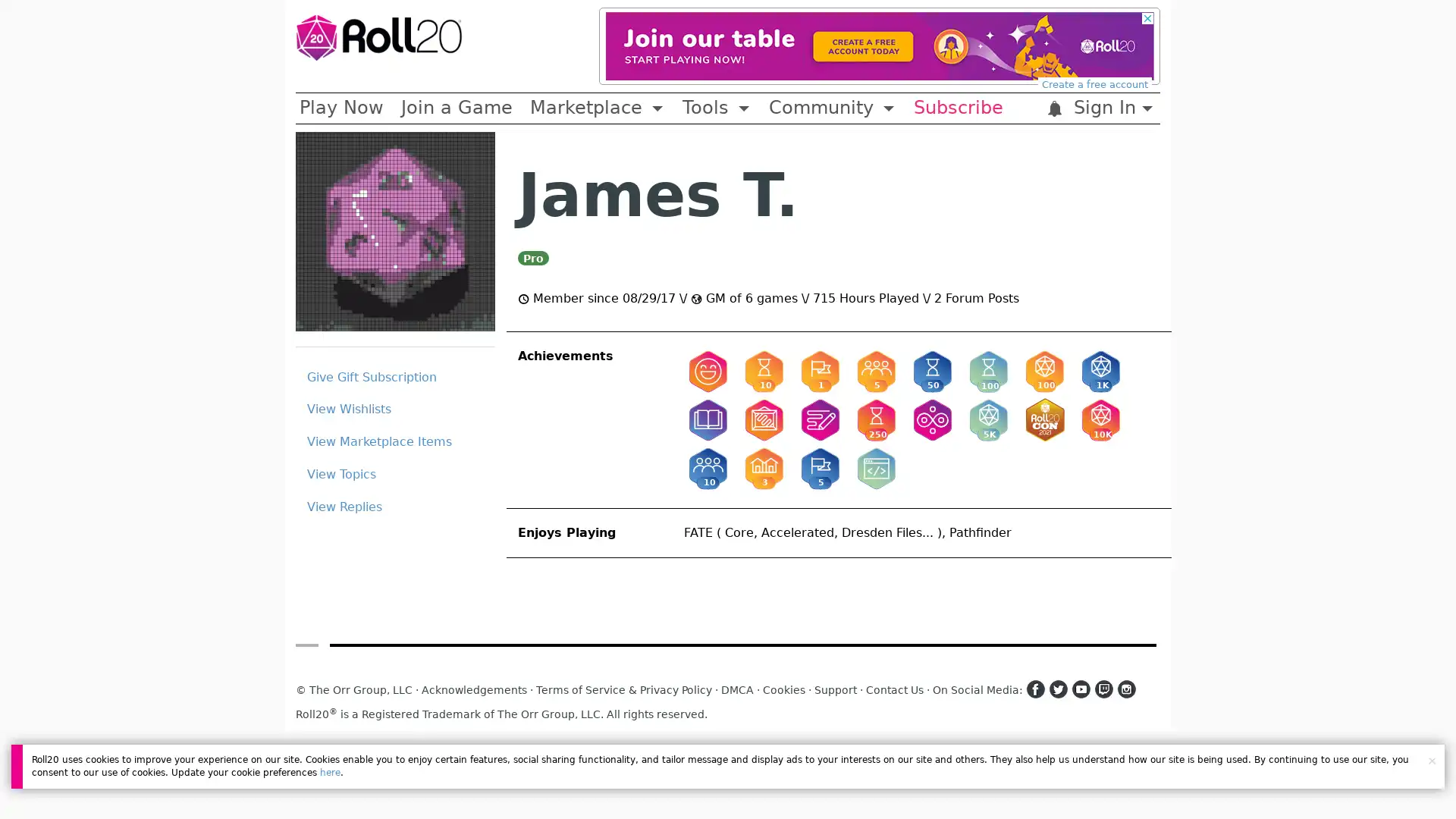  I want to click on Tools, so click(704, 107).